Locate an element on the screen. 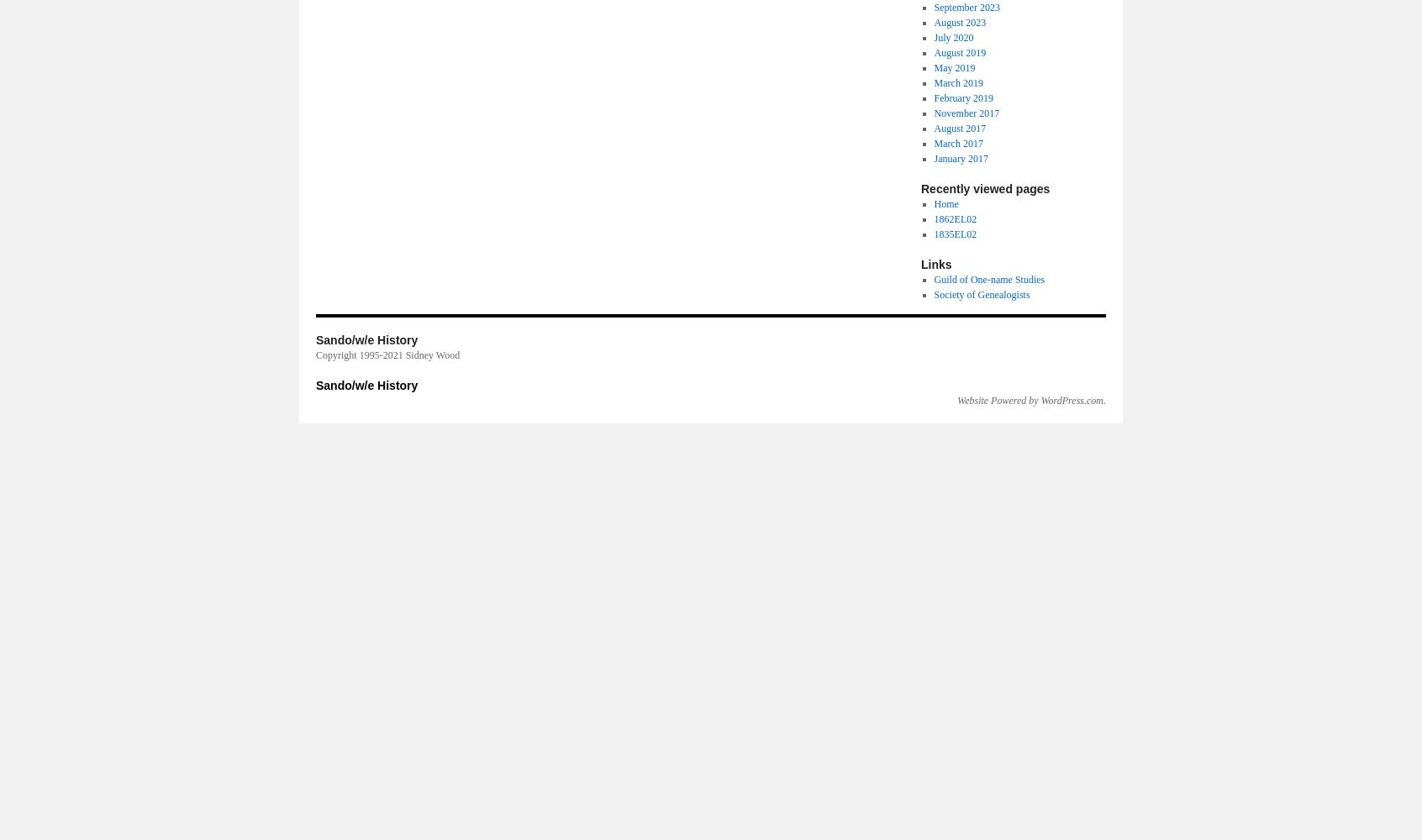 The width and height of the screenshot is (1422, 840). 'May 2019' is located at coordinates (953, 67).